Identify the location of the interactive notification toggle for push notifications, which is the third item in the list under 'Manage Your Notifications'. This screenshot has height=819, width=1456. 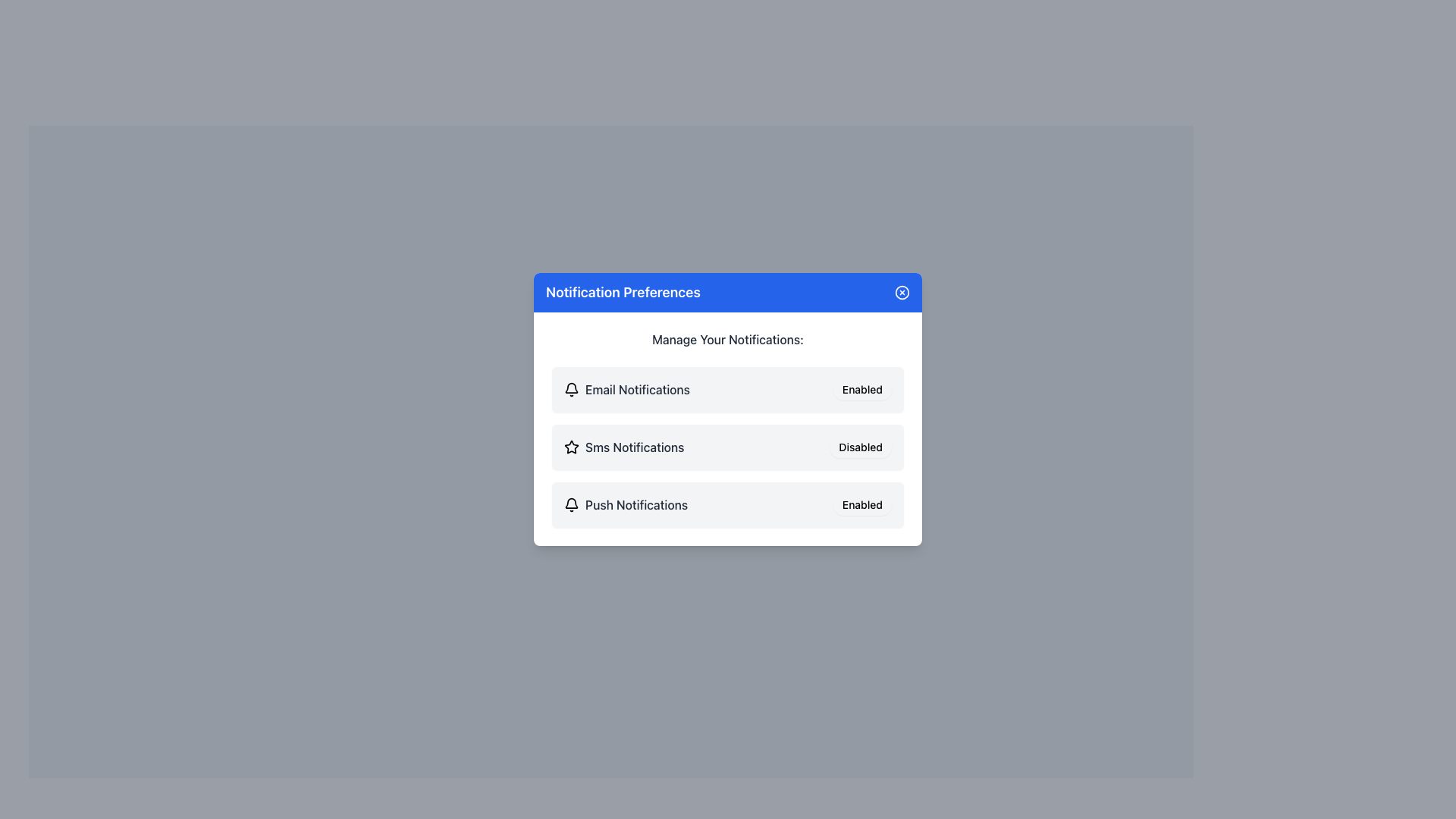
(728, 505).